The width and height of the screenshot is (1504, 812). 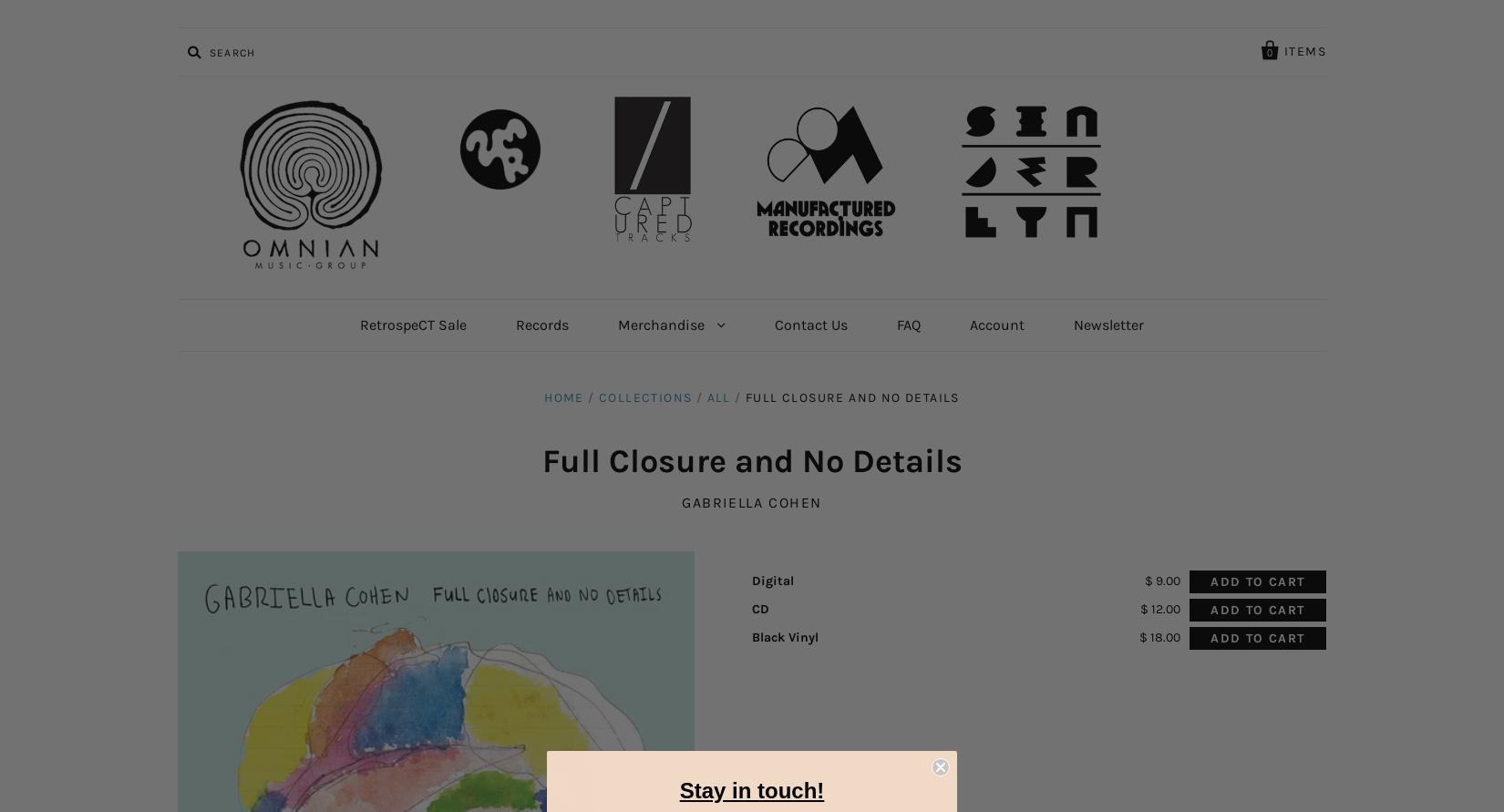 What do you see at coordinates (772, 580) in the screenshot?
I see `'Digital'` at bounding box center [772, 580].